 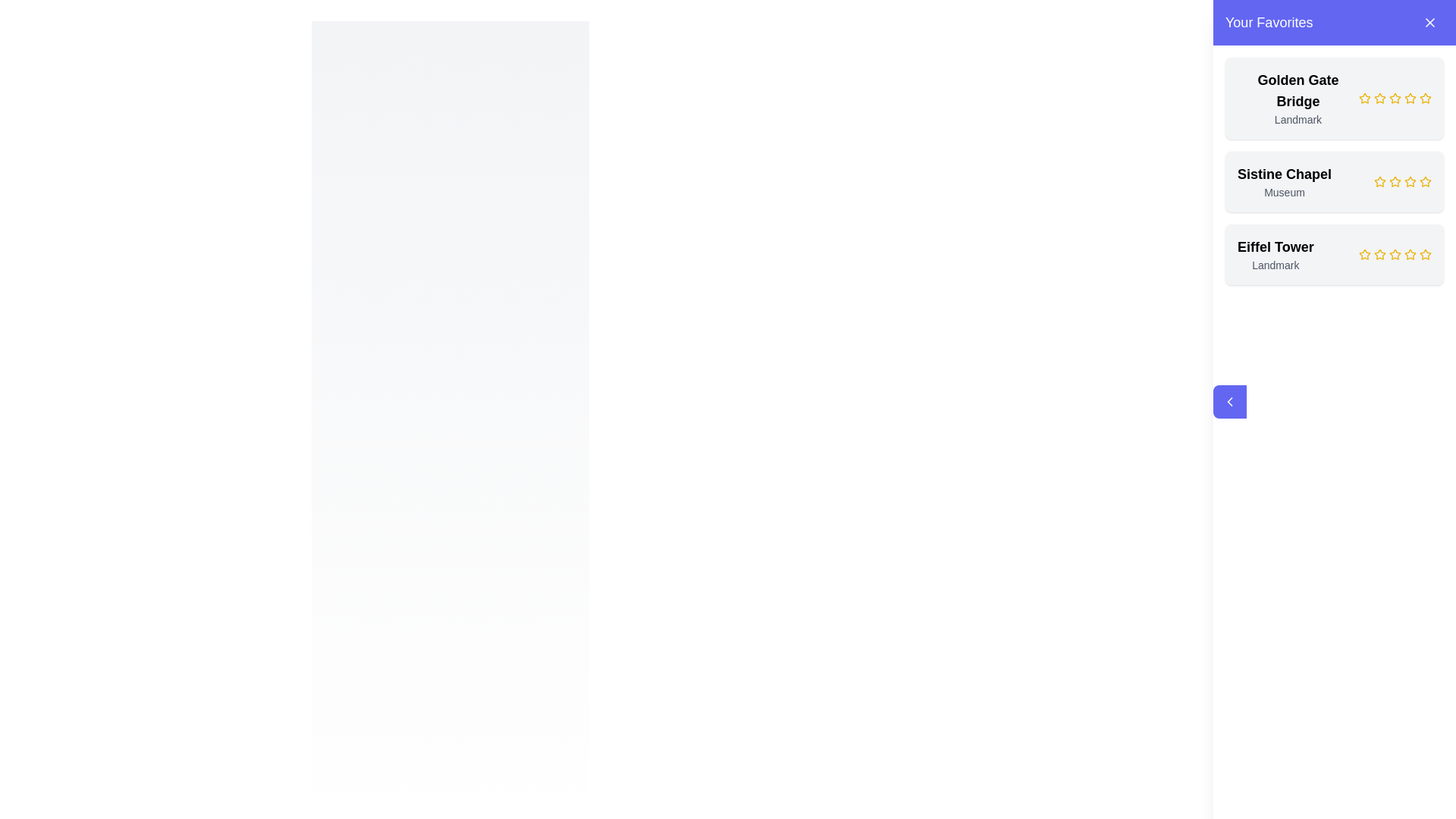 What do you see at coordinates (1410, 180) in the screenshot?
I see `the second star icon` at bounding box center [1410, 180].